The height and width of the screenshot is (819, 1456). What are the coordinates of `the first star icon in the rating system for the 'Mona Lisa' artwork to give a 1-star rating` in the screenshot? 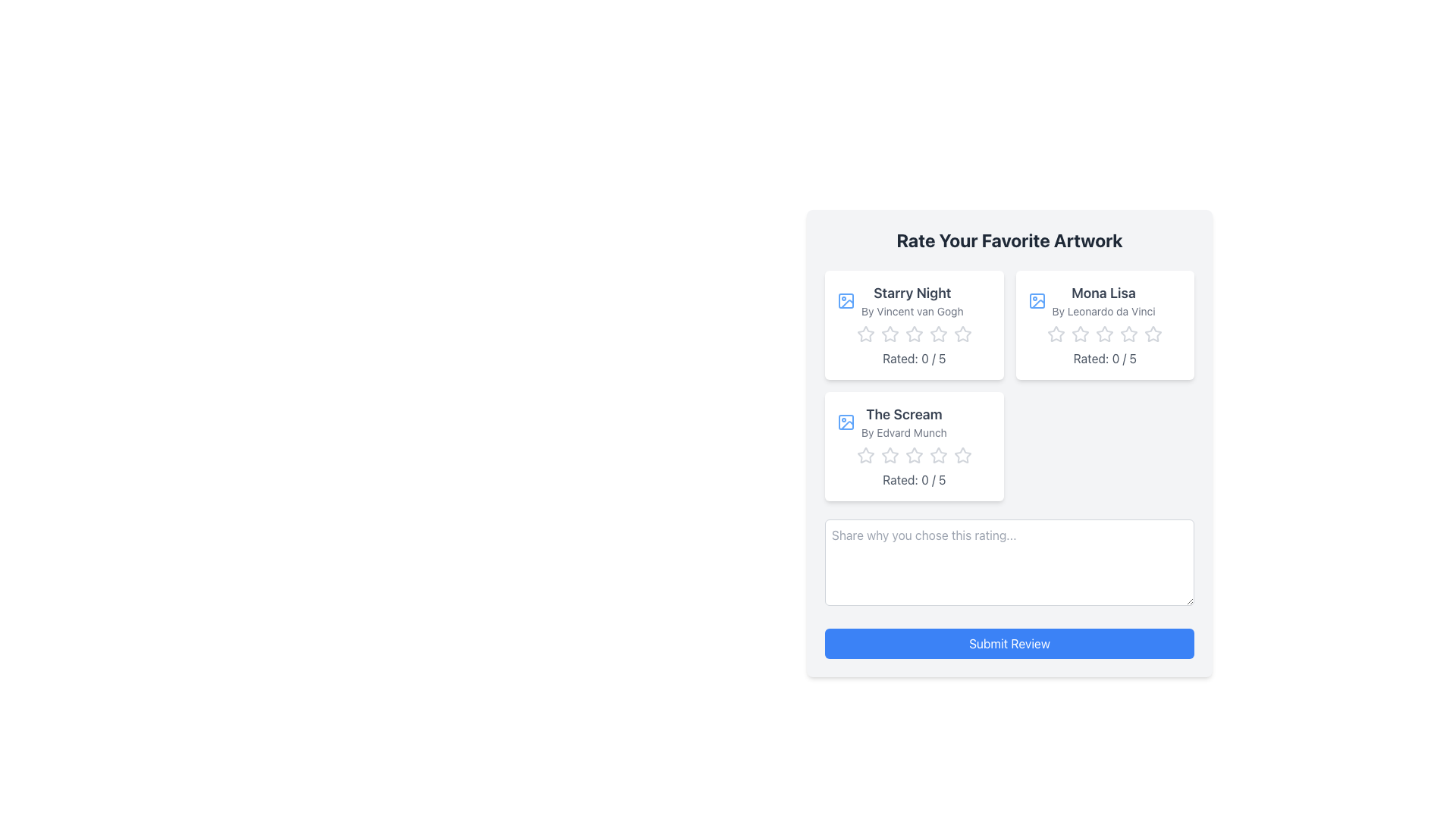 It's located at (1080, 333).